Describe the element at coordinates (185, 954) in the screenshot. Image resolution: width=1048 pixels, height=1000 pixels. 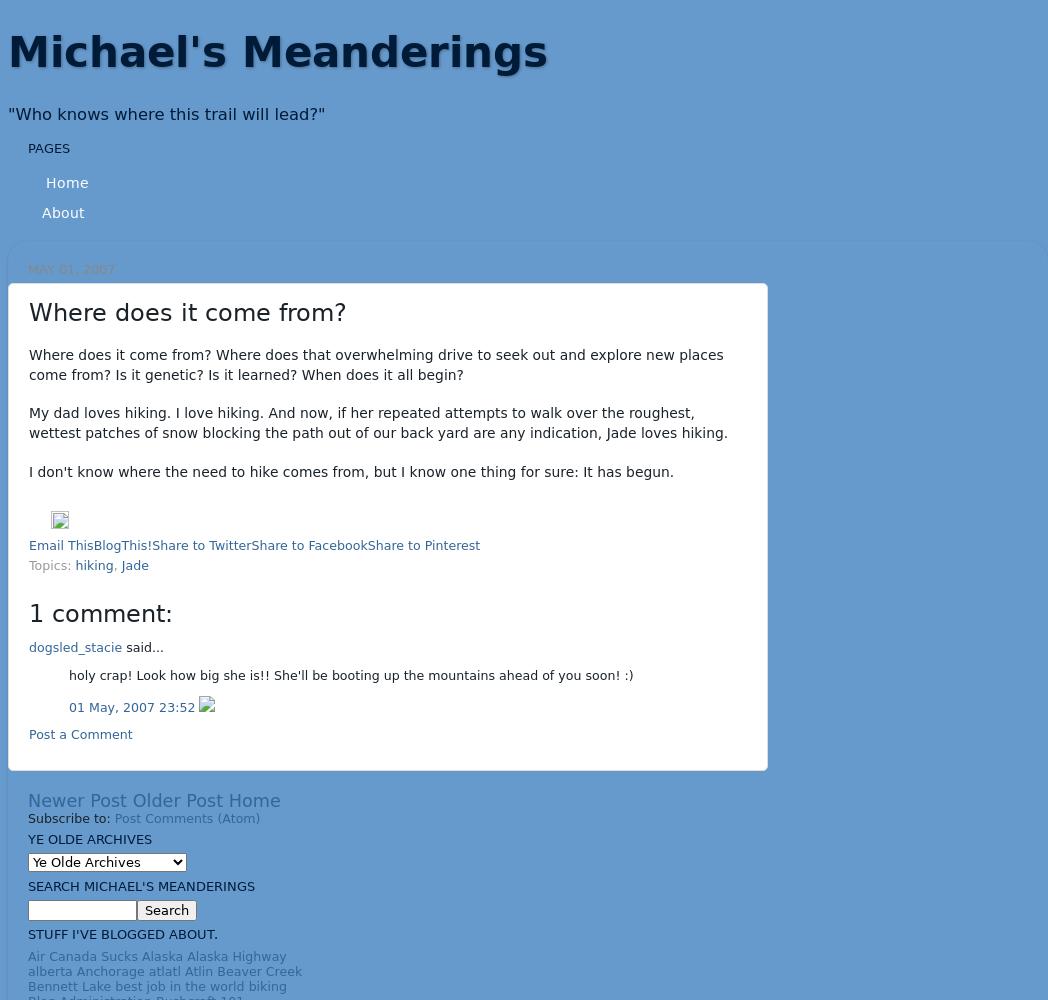
I see `'Alaska Highway'` at that location.